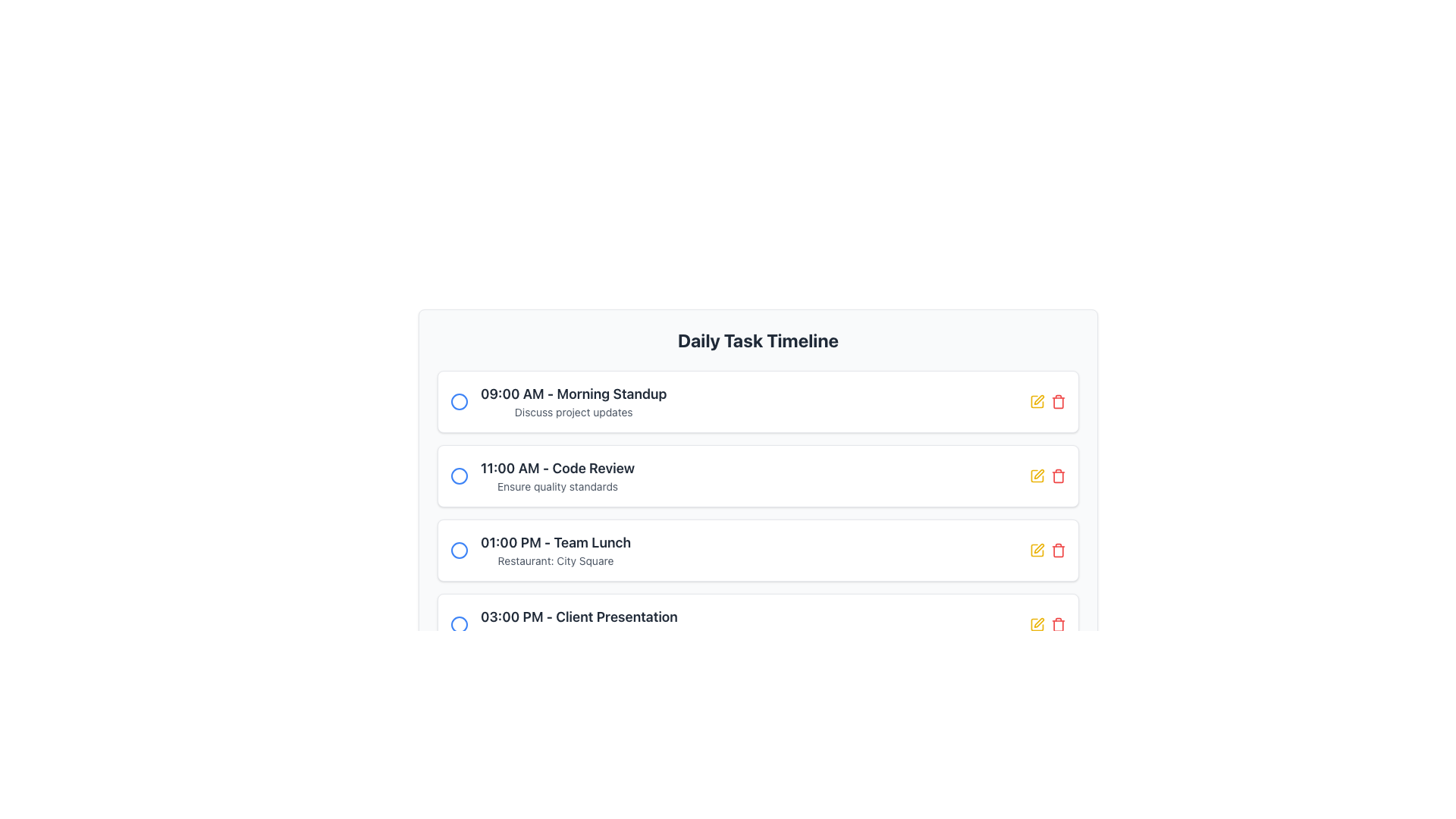  What do you see at coordinates (1037, 550) in the screenshot?
I see `the edit button located in the third row of the task entries within the 'Daily Task Timeline' section, which is the first icon in the row's icon group, to initiate the editing functionality` at bounding box center [1037, 550].